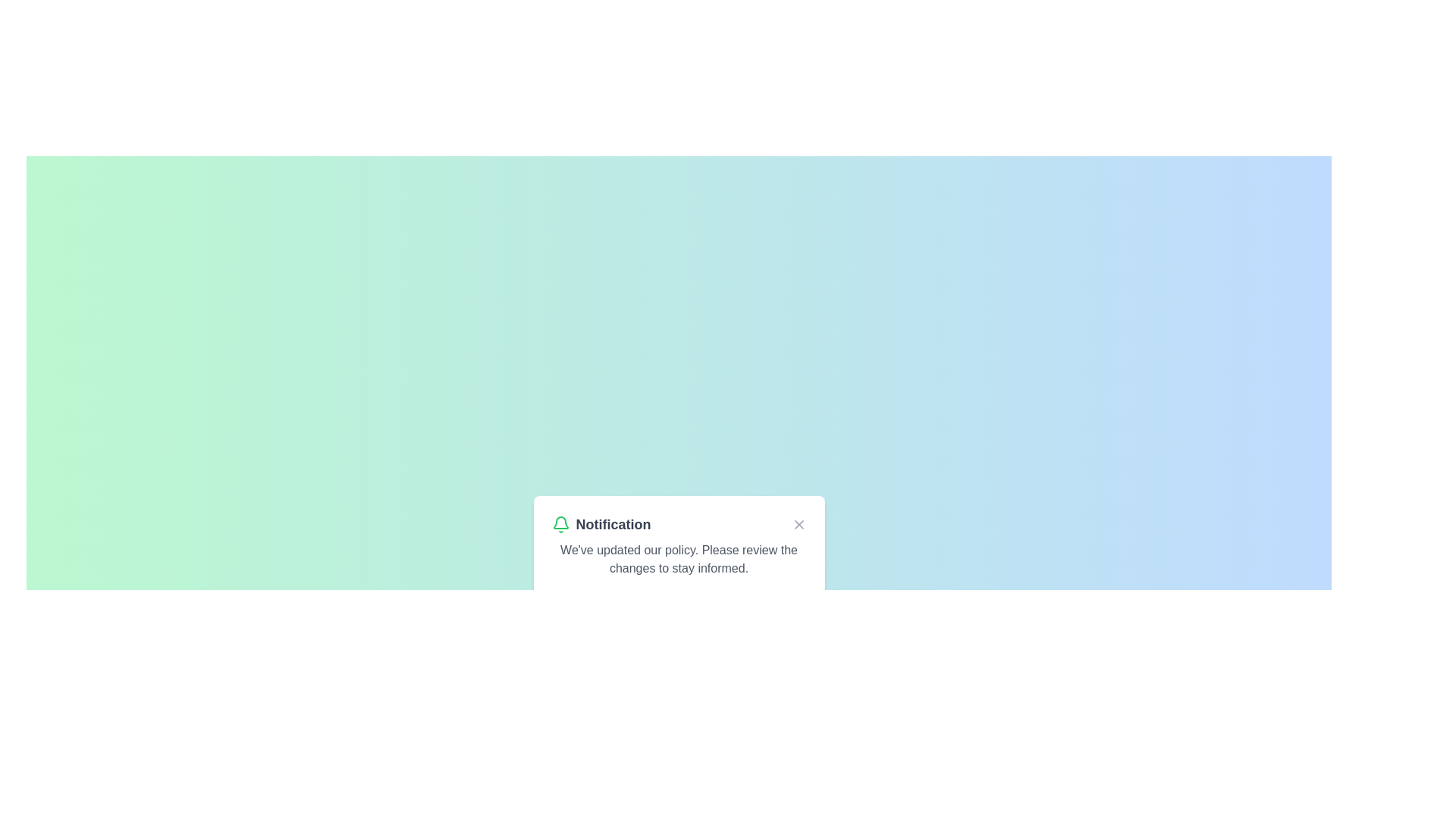 The height and width of the screenshot is (819, 1456). I want to click on informational message displayed in the gray text paragraph stating 'We've updated our policy. Please review the changes to stay informed.' located within the notification card under the heading 'Notification', so click(678, 559).